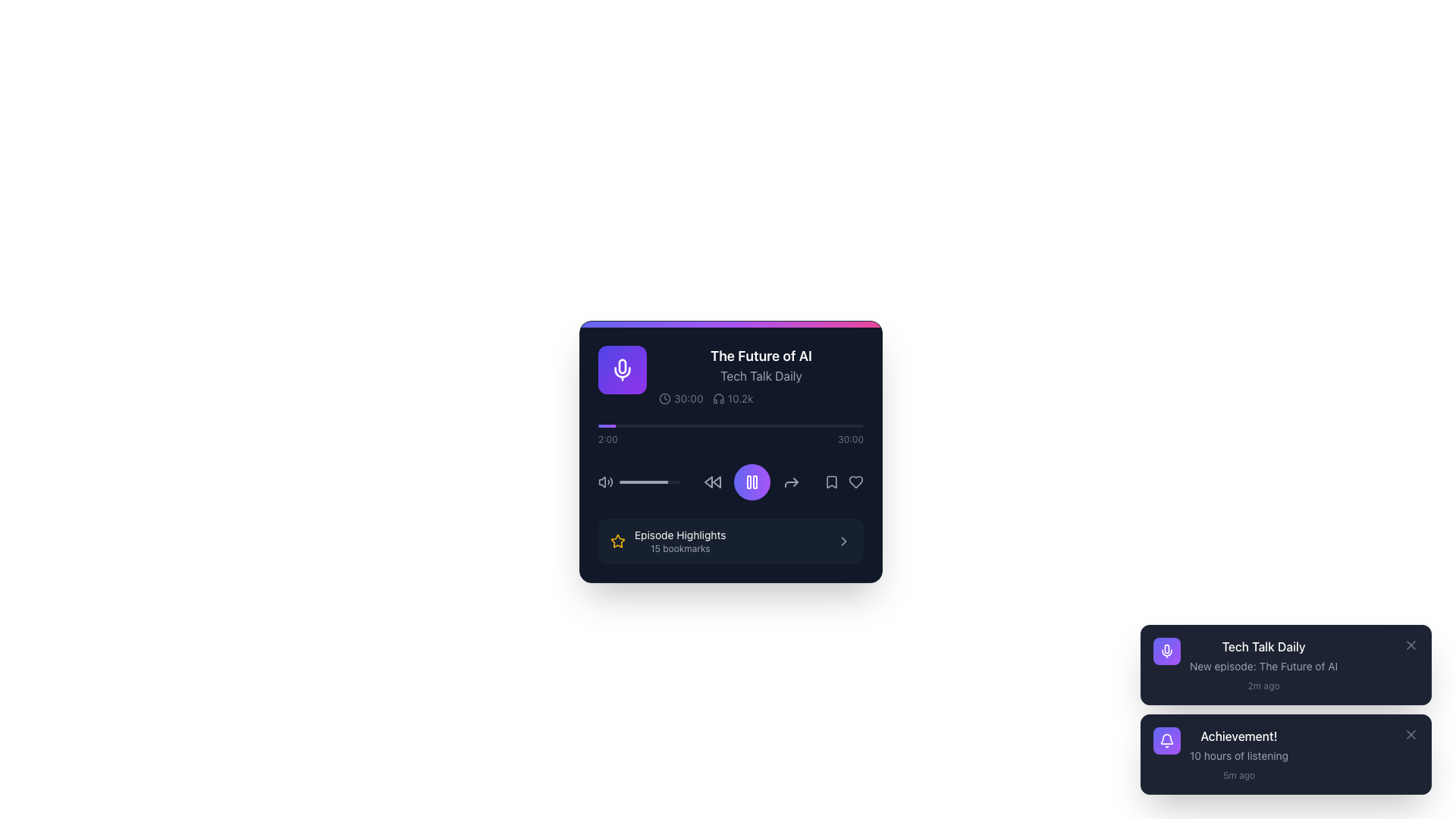  I want to click on the bookmark icon located in the control bar, which is styled gray and turns purple on hover, to bookmark content, so click(831, 482).